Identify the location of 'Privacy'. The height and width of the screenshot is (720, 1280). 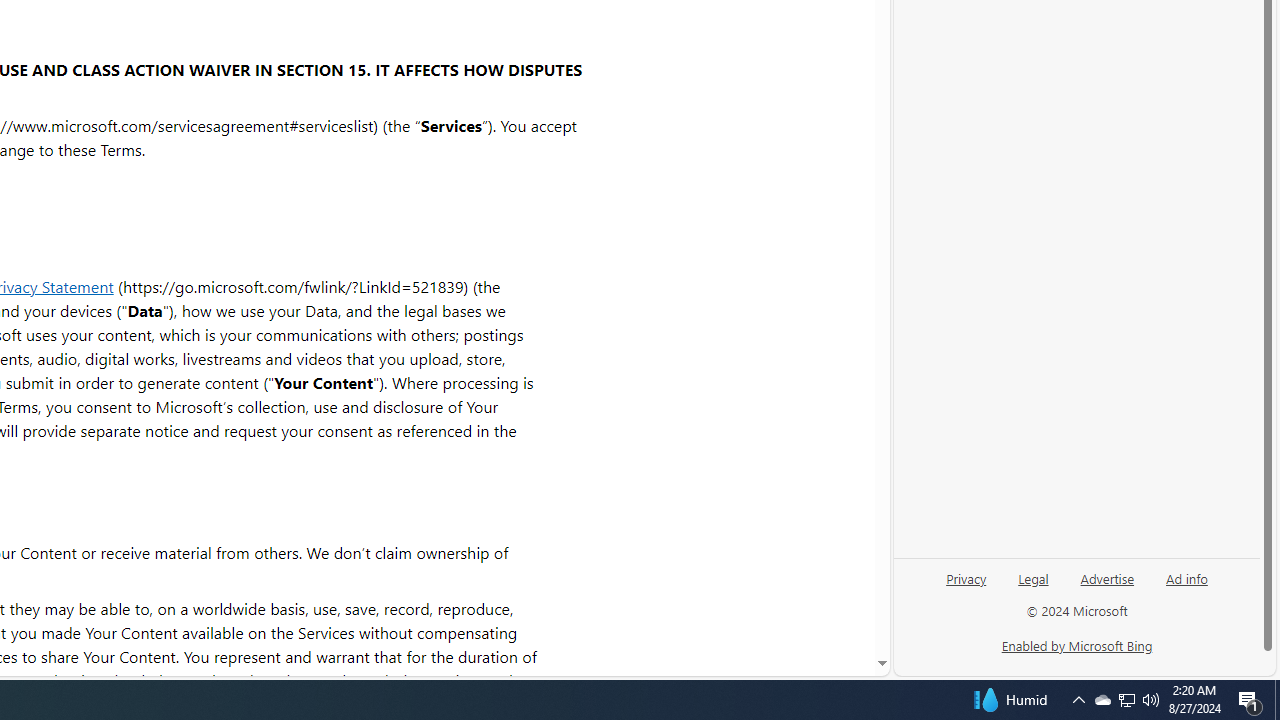
(967, 585).